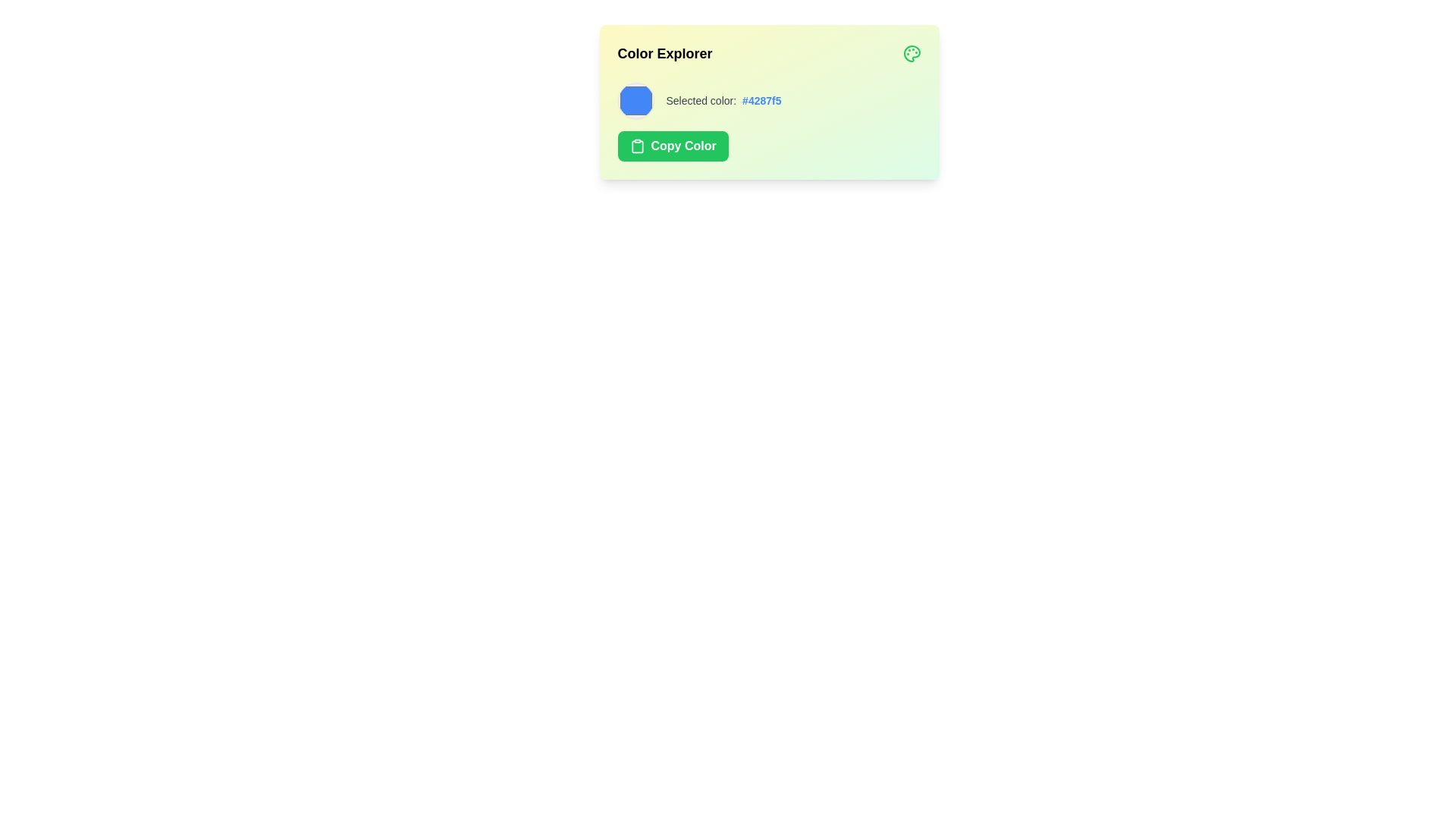 This screenshot has height=819, width=1456. Describe the element at coordinates (911, 52) in the screenshot. I see `the color-related tool icon located at the far-right within the header section titled 'Color Explorer'` at that location.